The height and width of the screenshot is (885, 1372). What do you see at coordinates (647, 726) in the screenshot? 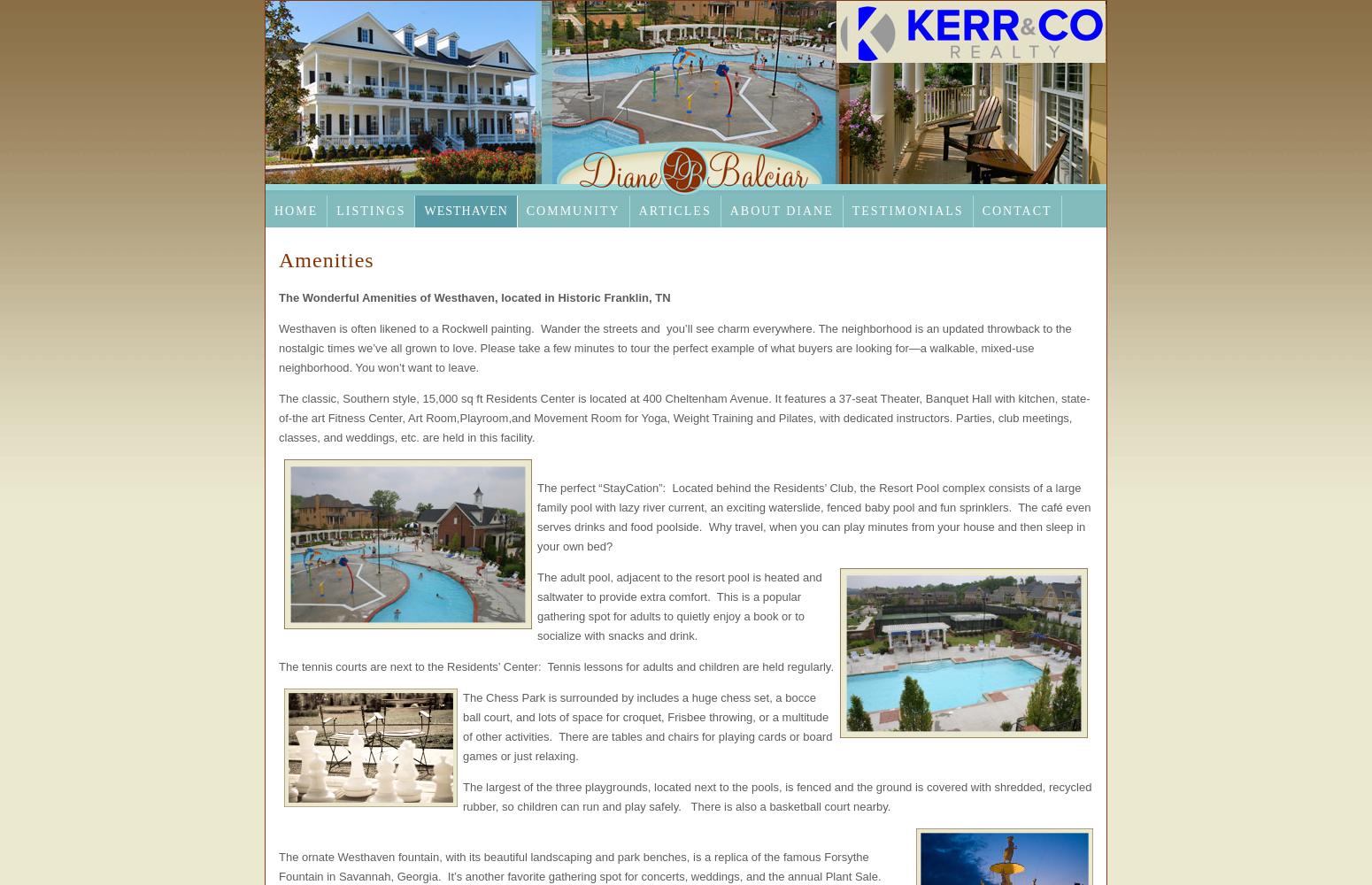
I see `'The Chess Park is surrounded by includes a huge chess set, a bocce ball court, and lots of space for croquet, Frisbee throwing, or a multitude of other activities.  There are tables and chairs for playing cards or board games or just relaxing.'` at bounding box center [647, 726].